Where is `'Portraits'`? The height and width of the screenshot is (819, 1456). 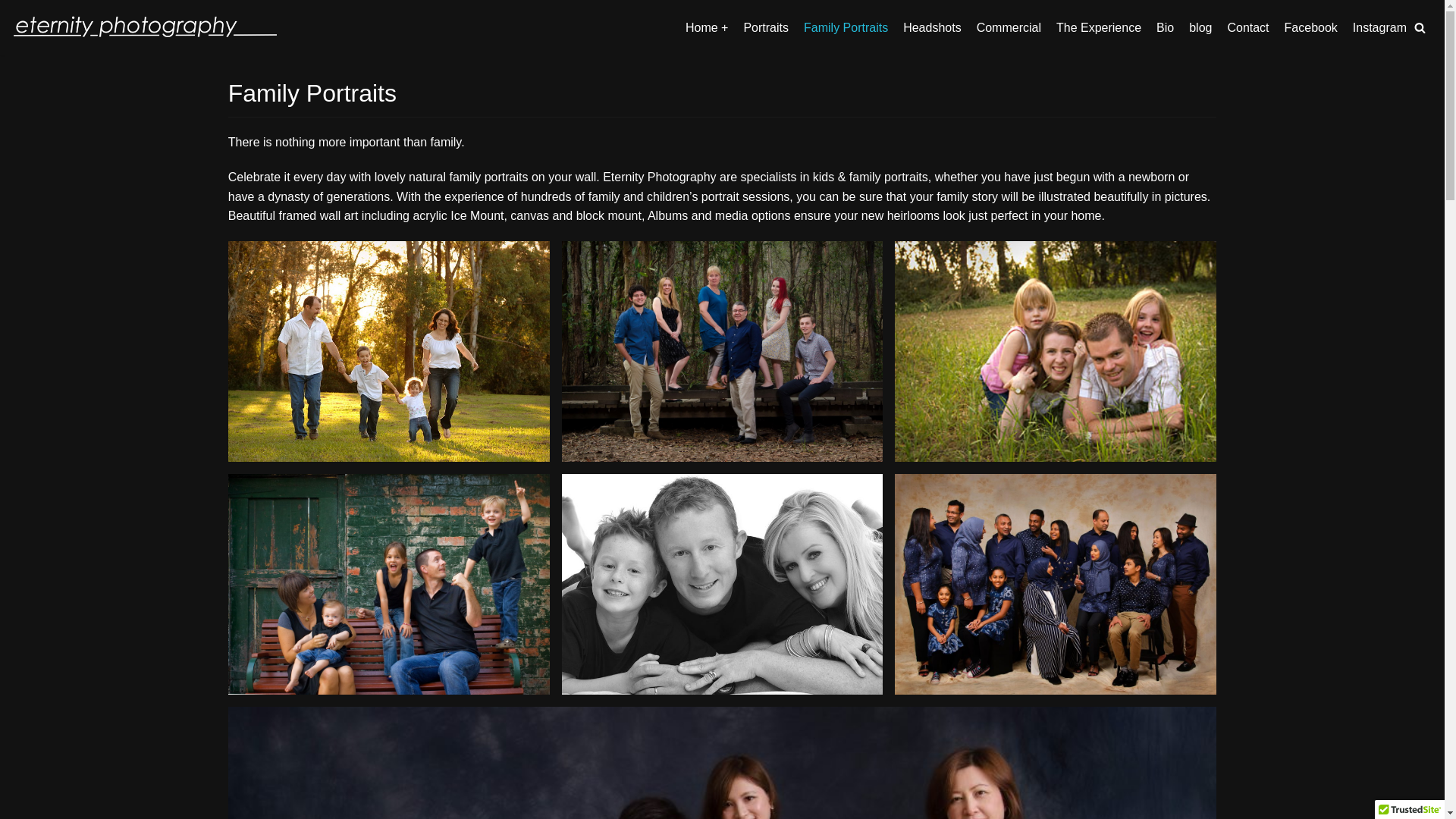 'Portraits' is located at coordinates (765, 28).